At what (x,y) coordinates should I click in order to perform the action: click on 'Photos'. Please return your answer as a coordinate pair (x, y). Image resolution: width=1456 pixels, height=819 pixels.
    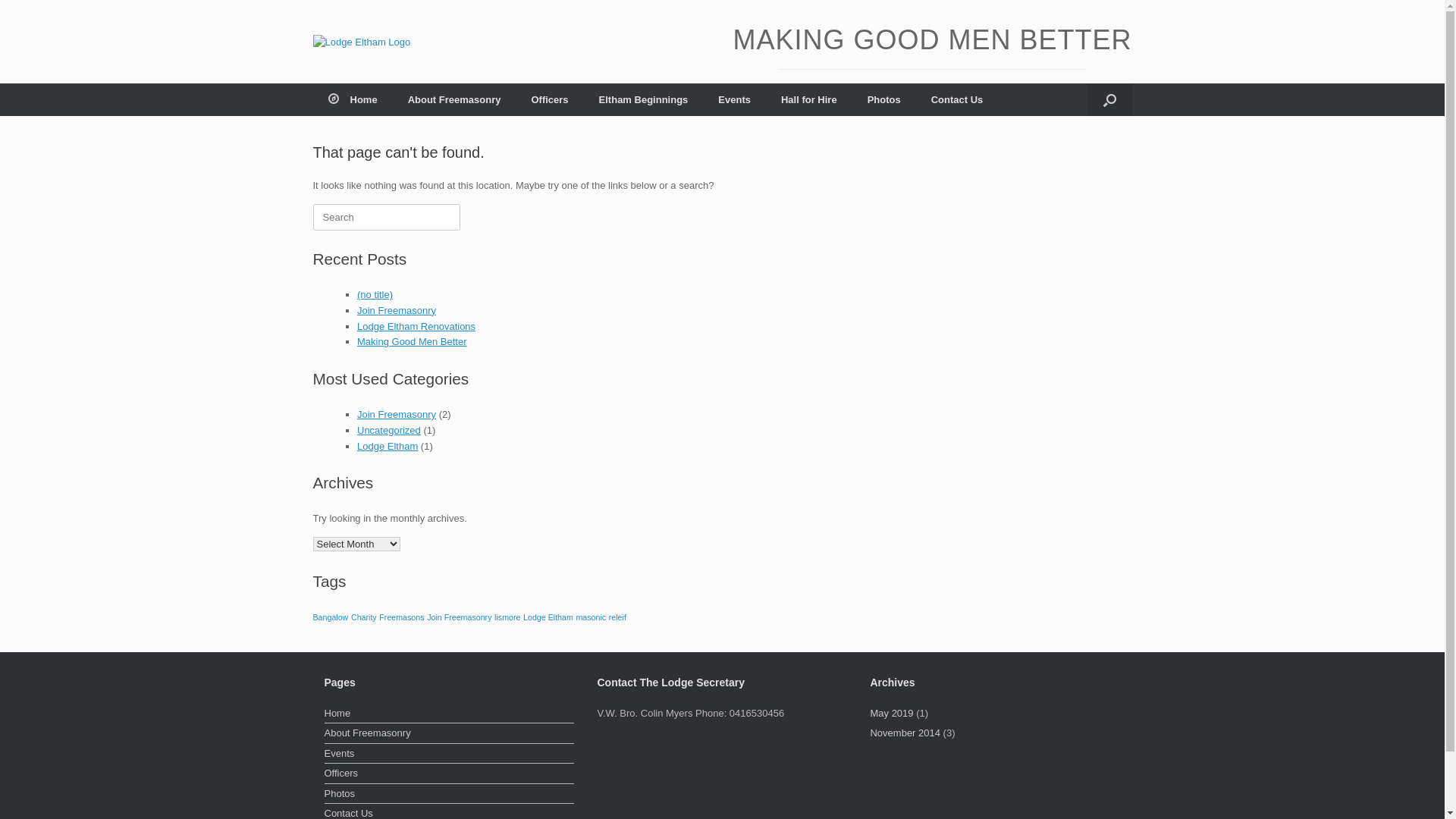
    Looking at the image, I should click on (323, 795).